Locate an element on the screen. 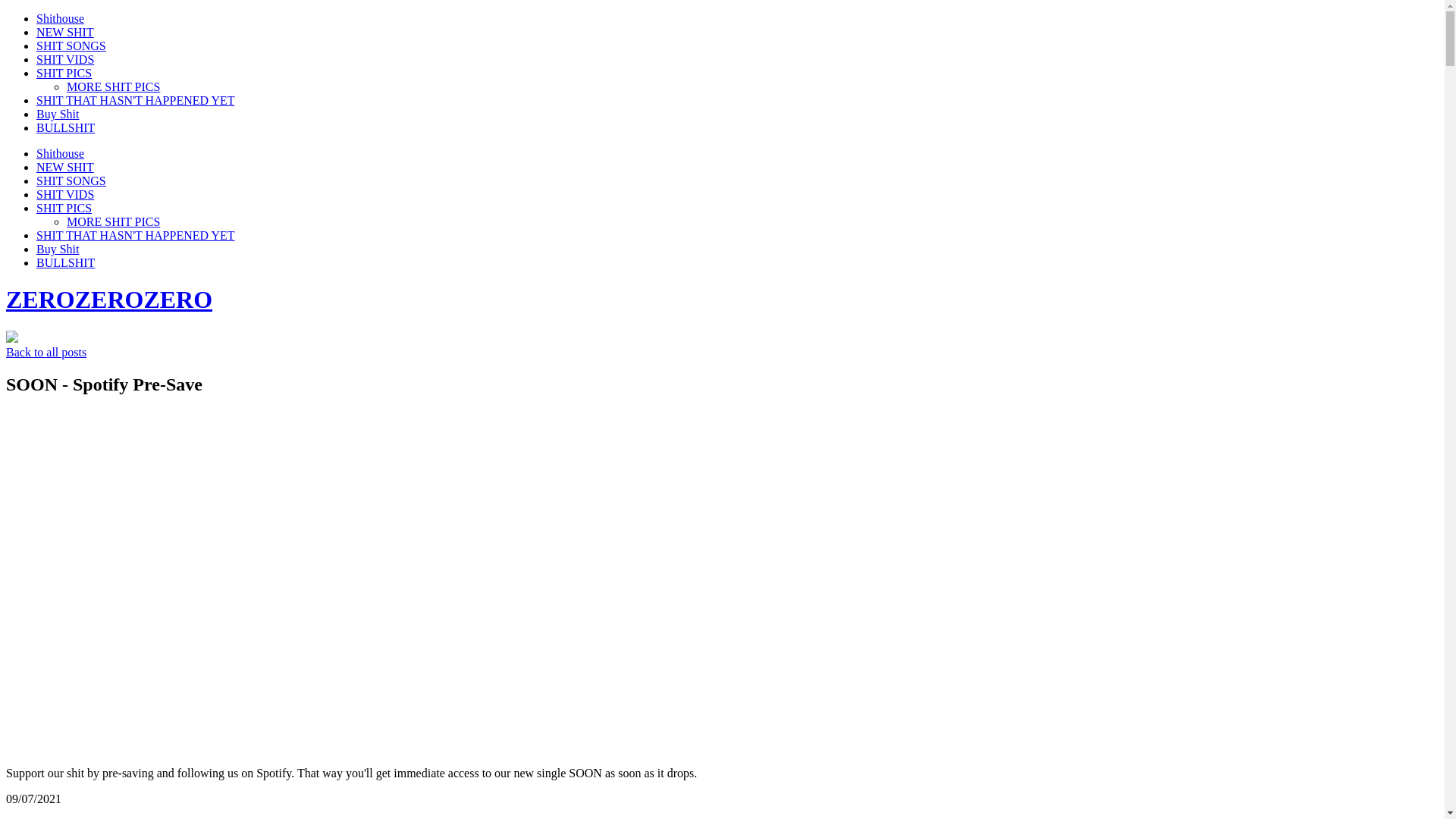 The height and width of the screenshot is (819, 1456). 'SHIT PICS' is located at coordinates (63, 73).